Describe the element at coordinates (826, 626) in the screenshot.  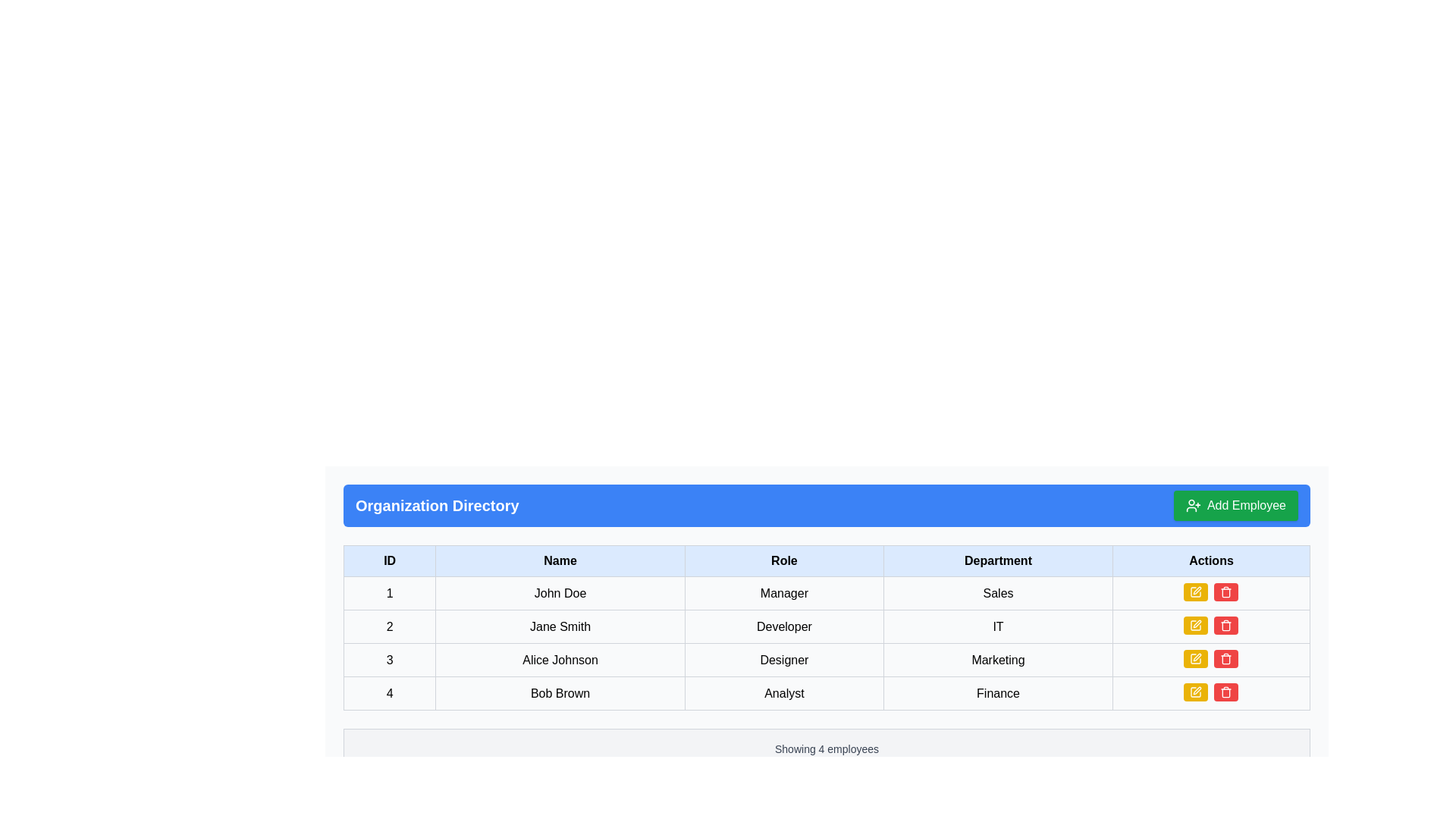
I see `the Data Table Row displaying information about employee Jane Smith, which is the second row in the employee table` at that location.